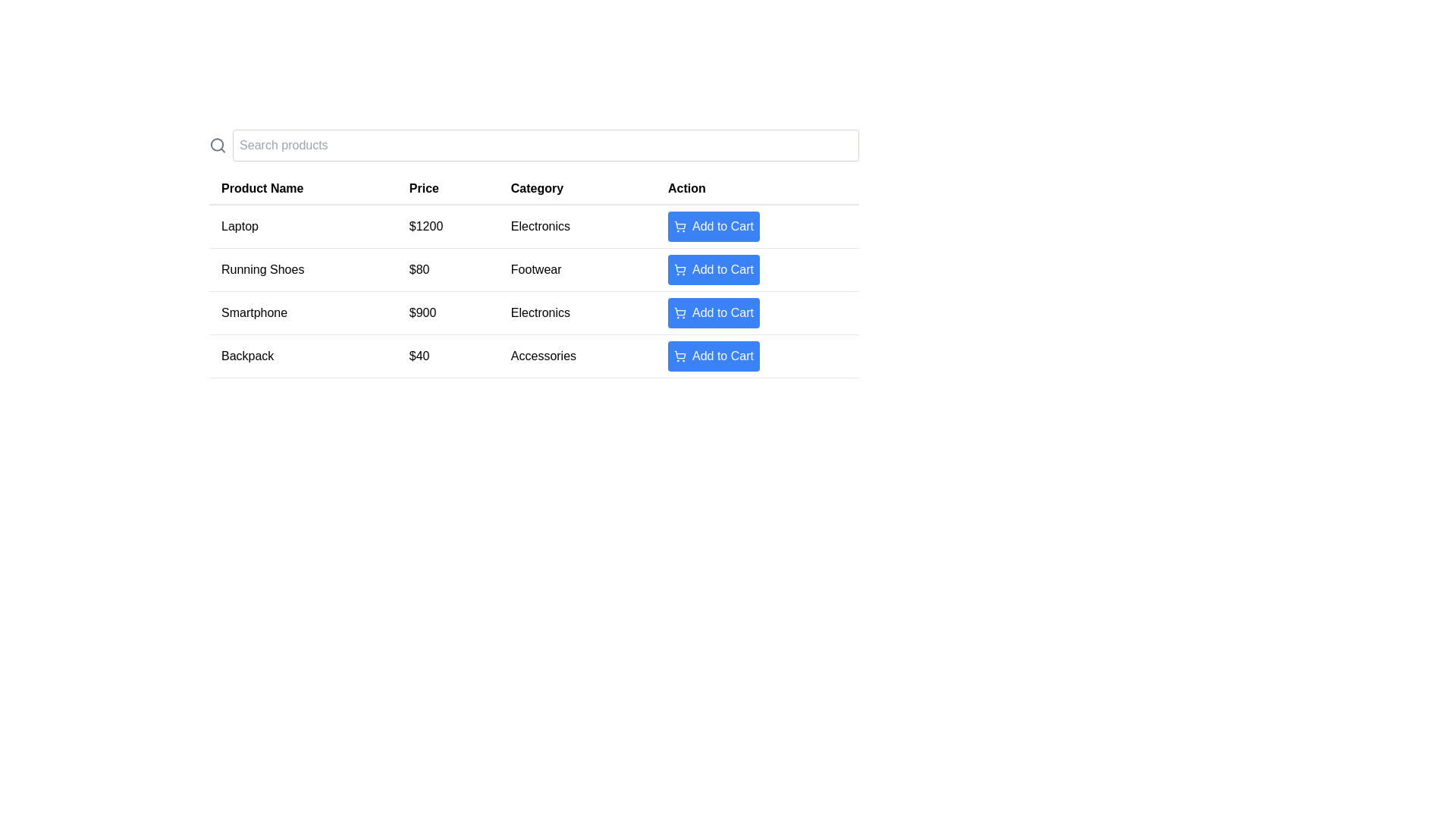 This screenshot has width=1456, height=819. I want to click on the text label within the button that indicates adding 'Running Shoes' to the shopping cart, located in the 'Action' column of the second row, so click(722, 268).